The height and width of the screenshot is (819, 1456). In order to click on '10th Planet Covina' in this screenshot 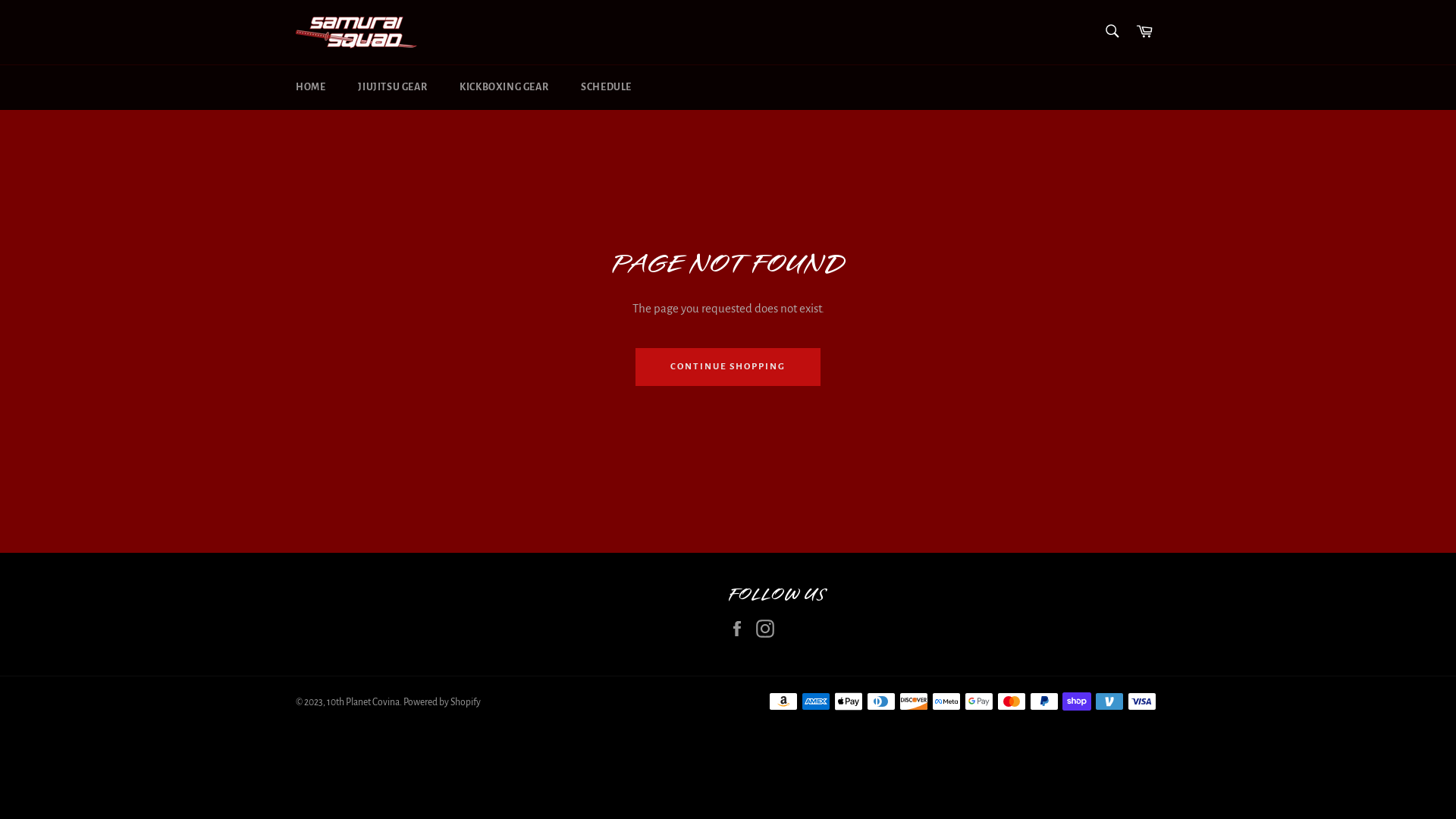, I will do `click(326, 701)`.